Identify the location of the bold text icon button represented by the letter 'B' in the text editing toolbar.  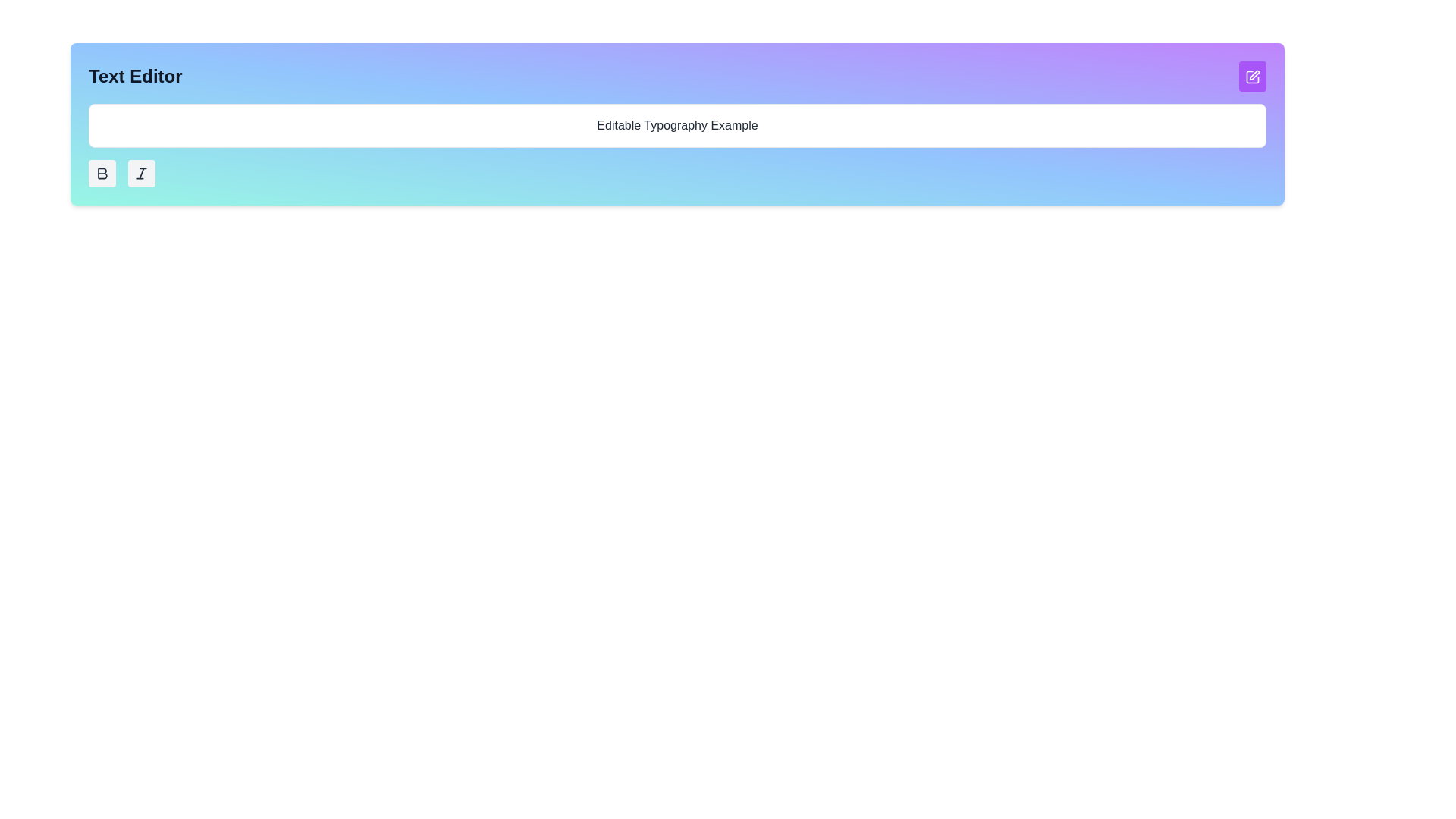
(102, 172).